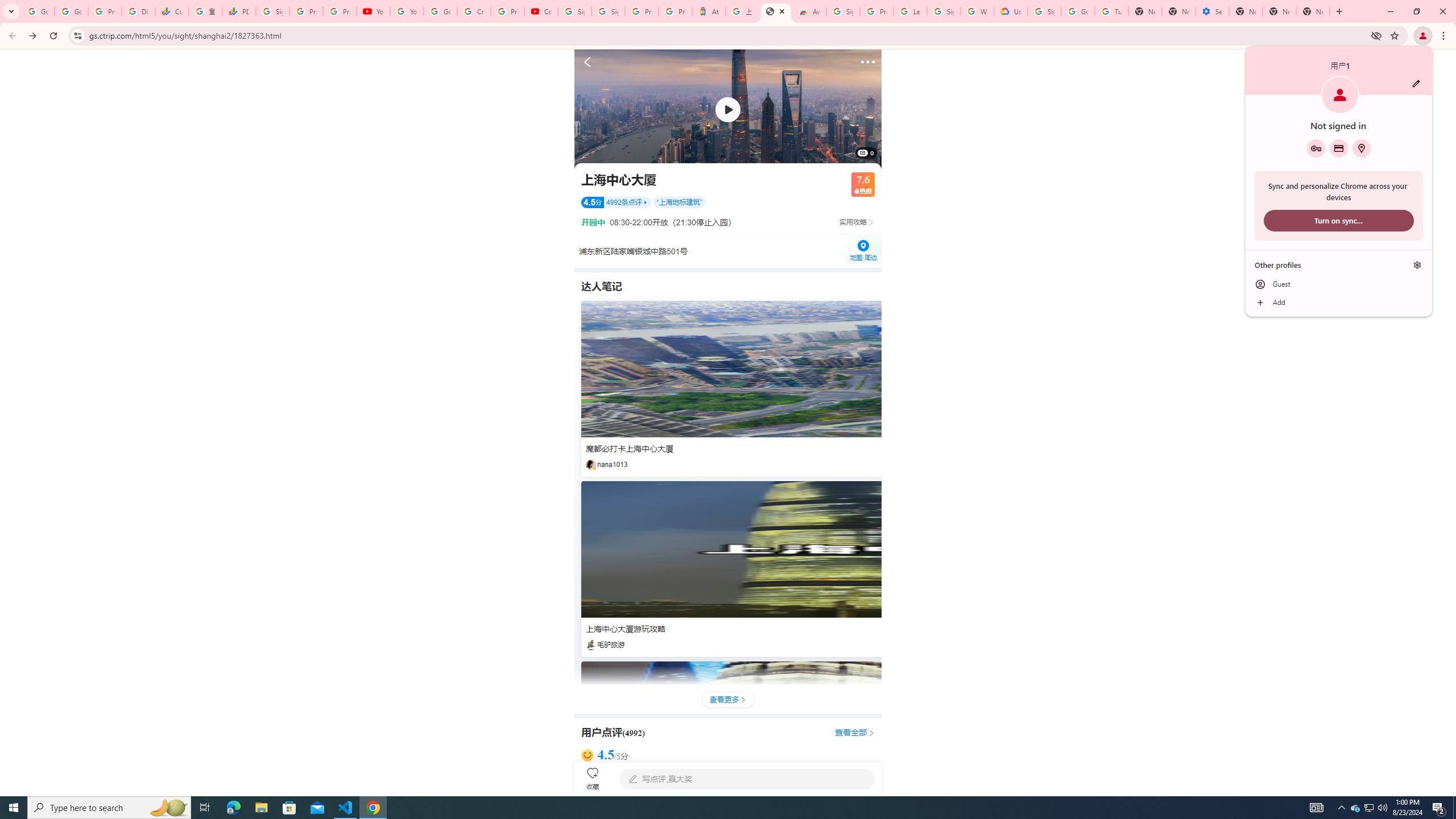  Describe the element at coordinates (1360, 148) in the screenshot. I see `'Addresses and more'` at that location.